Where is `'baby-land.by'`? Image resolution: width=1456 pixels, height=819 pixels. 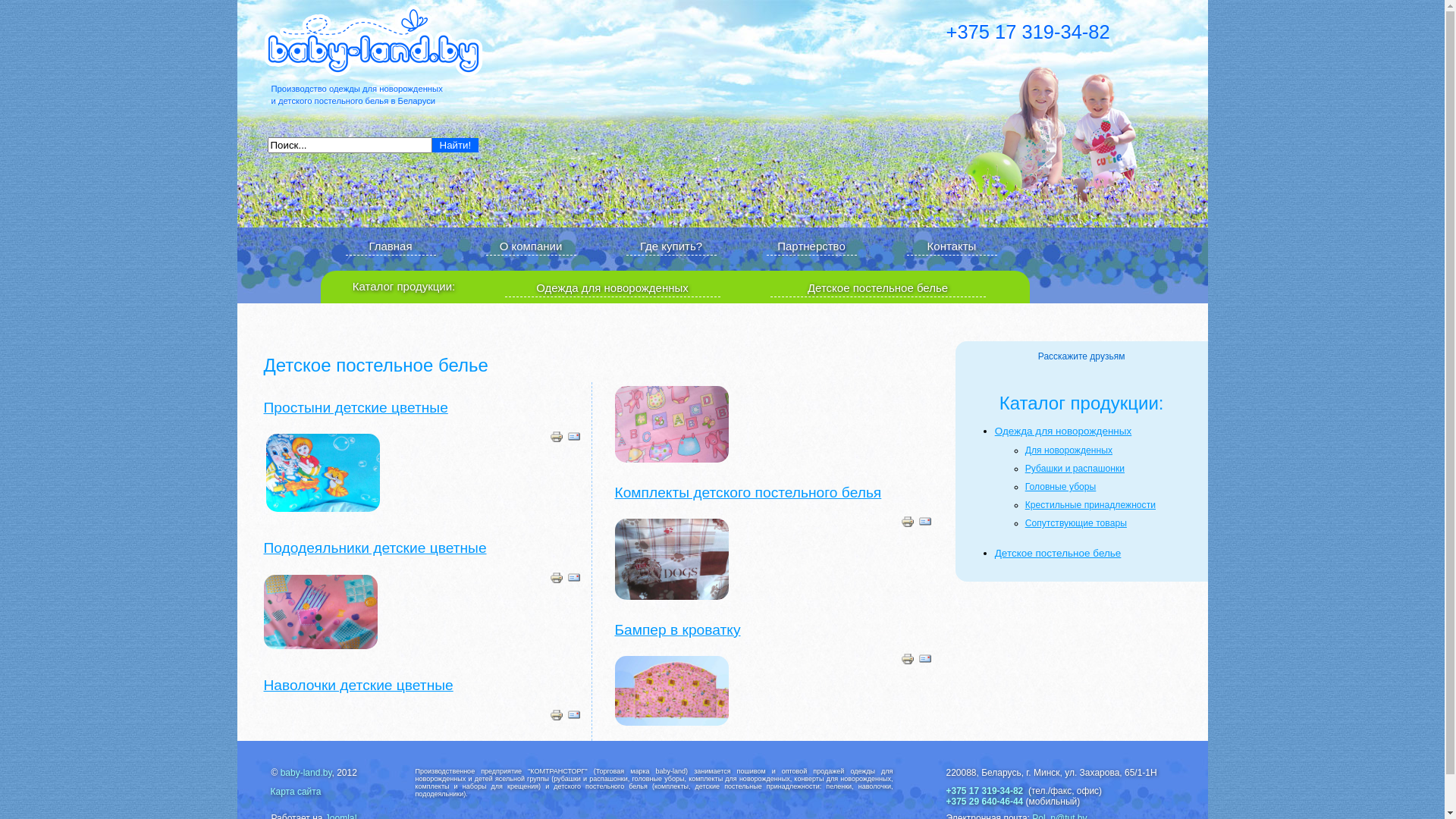 'baby-land.by' is located at coordinates (305, 772).